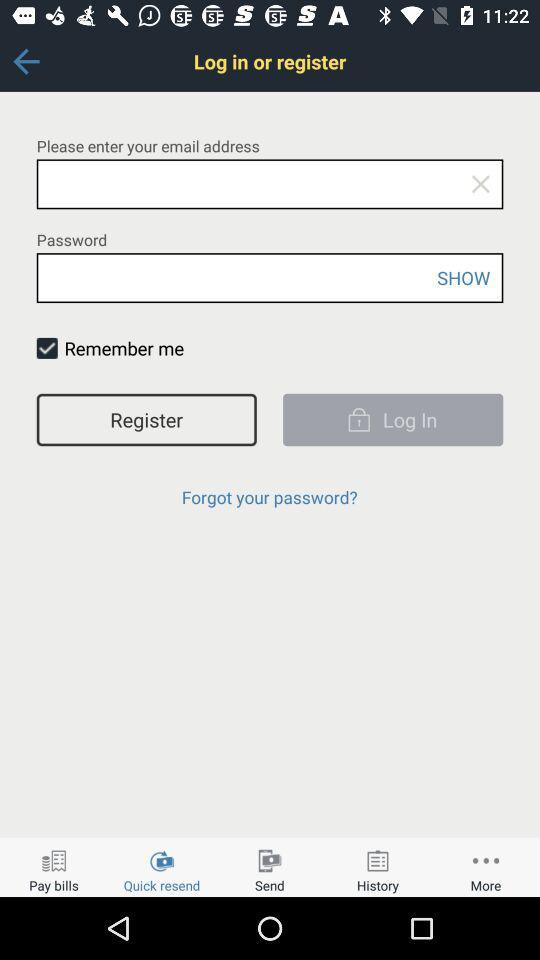 This screenshot has height=960, width=540. Describe the element at coordinates (47, 348) in the screenshot. I see `check mark box` at that location.